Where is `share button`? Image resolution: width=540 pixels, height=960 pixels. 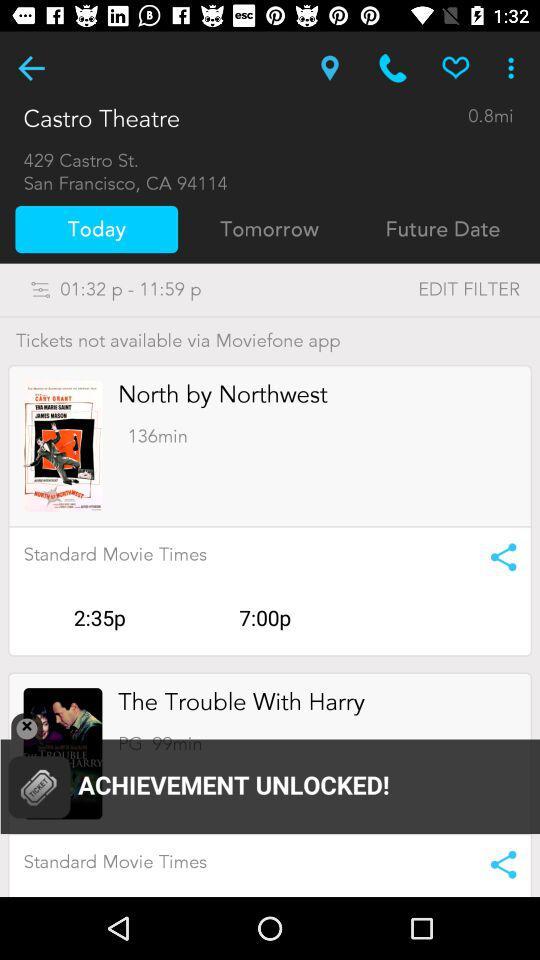
share button is located at coordinates (496, 557).